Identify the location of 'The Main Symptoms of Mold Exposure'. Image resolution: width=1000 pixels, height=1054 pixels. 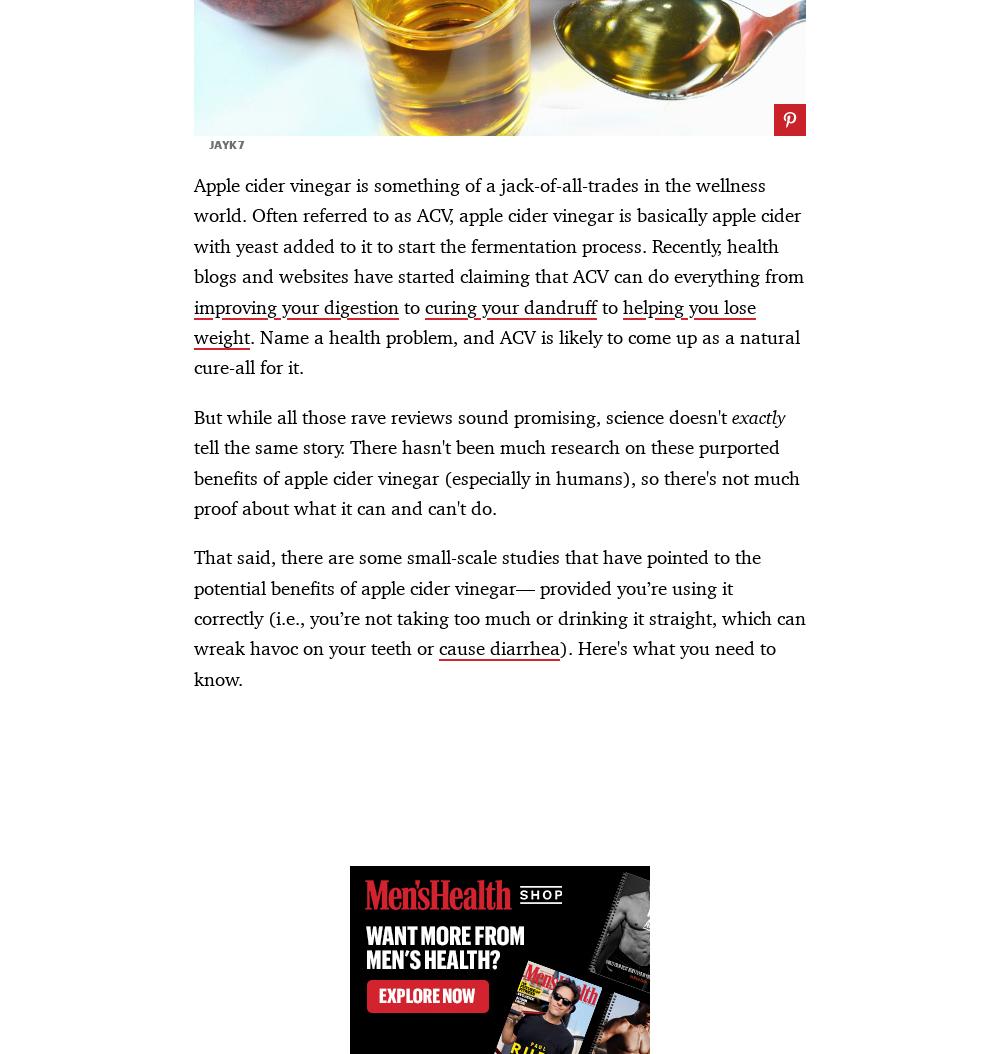
(162, 163).